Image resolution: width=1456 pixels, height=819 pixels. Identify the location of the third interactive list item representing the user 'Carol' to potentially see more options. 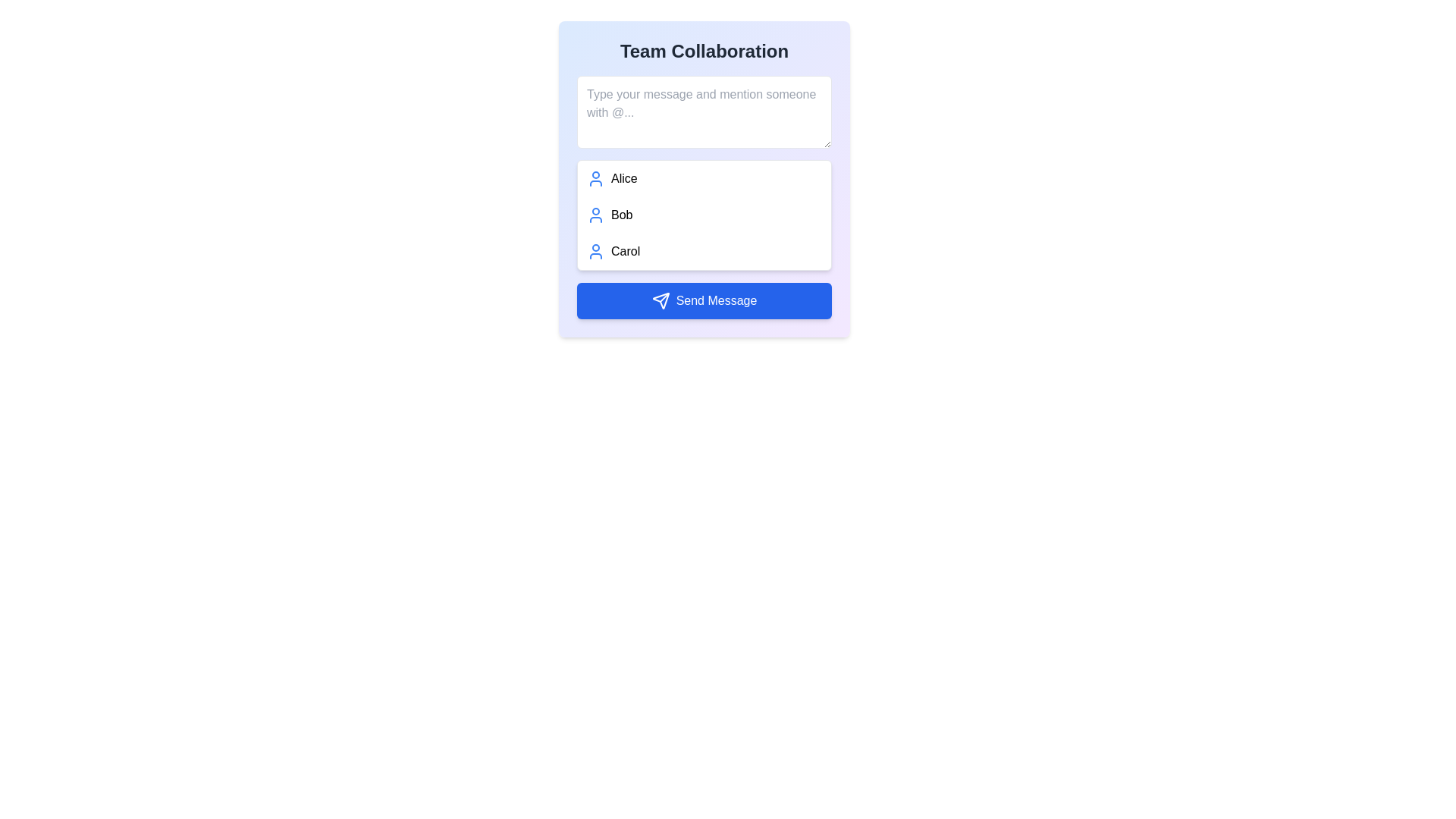
(704, 250).